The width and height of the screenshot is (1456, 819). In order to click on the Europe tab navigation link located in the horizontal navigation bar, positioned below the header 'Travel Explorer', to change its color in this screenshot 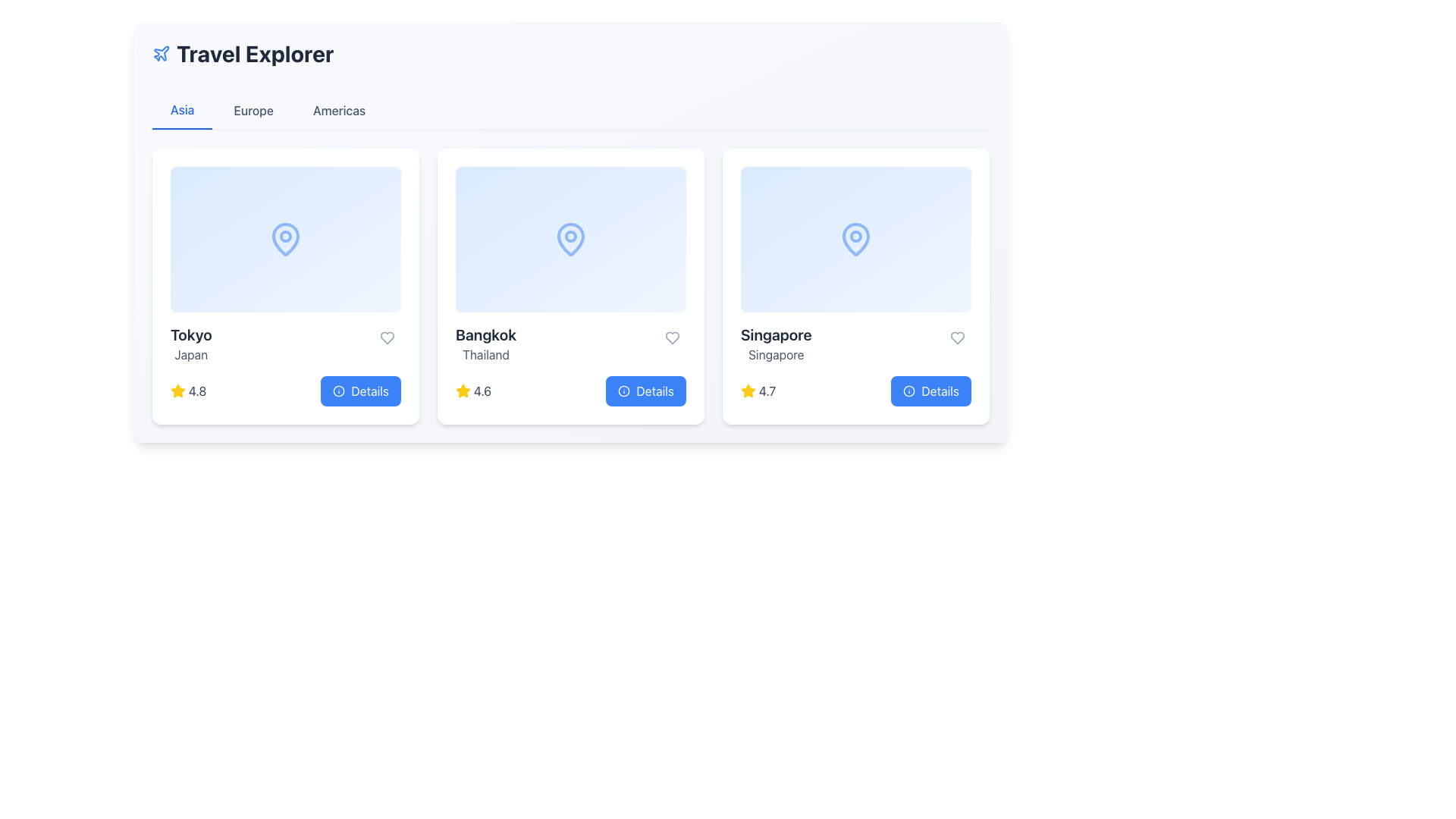, I will do `click(253, 110)`.